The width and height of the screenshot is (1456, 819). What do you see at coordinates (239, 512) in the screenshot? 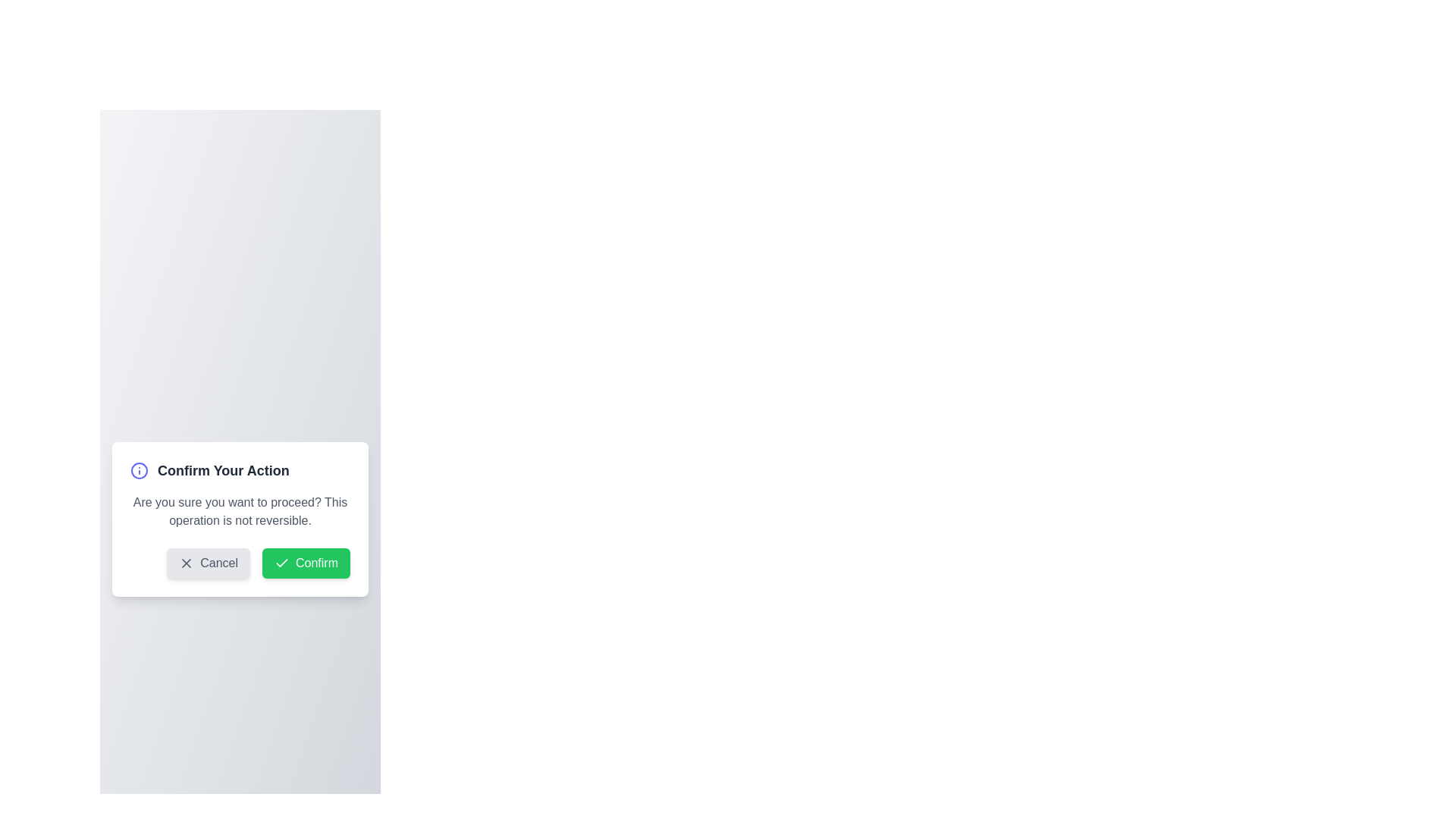
I see `the informational Text Block warning about the consequences of the user's action, located below the title header 'Confirm Your Action'` at bounding box center [239, 512].